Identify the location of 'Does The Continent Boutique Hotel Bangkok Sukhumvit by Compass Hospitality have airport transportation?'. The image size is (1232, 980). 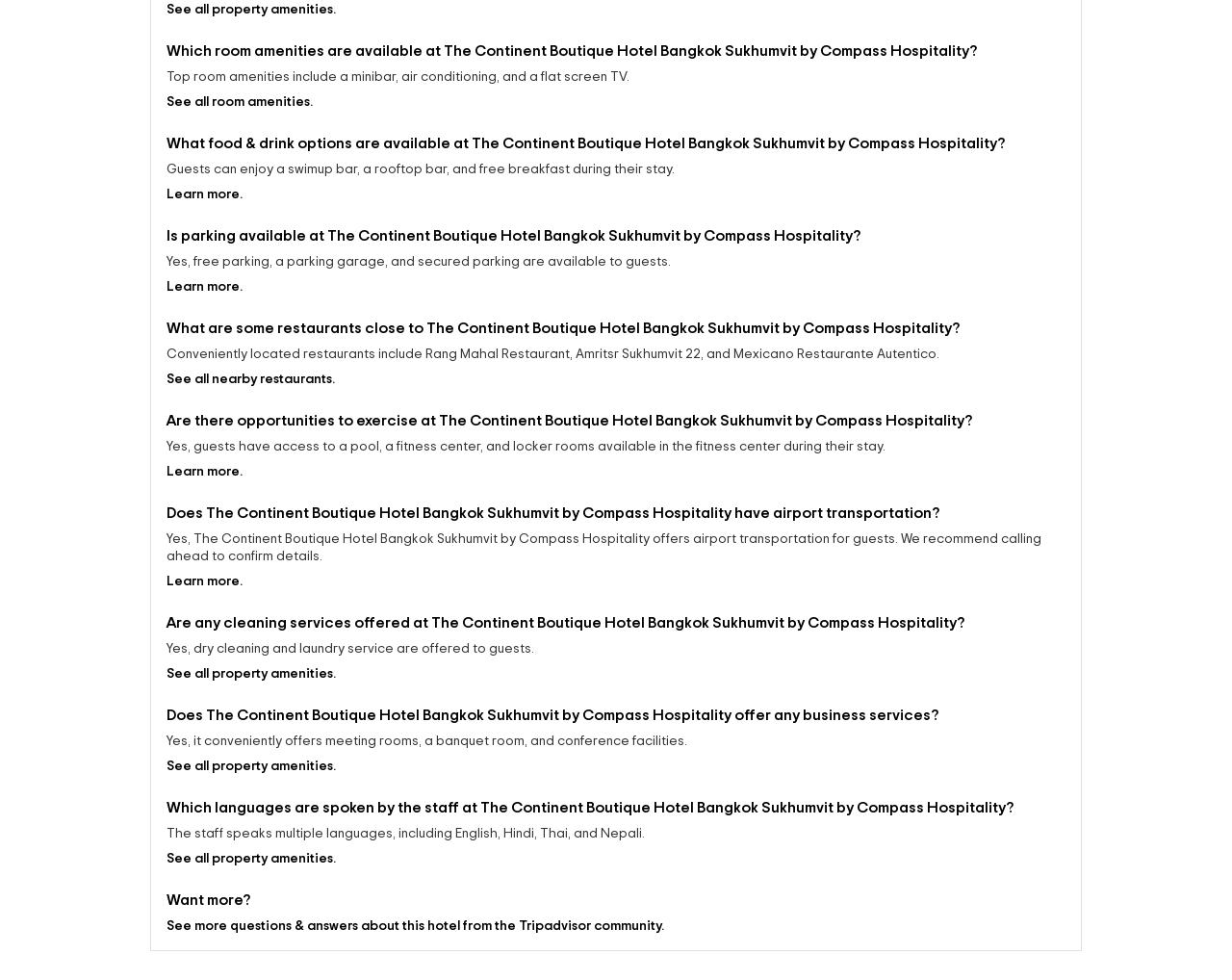
(167, 580).